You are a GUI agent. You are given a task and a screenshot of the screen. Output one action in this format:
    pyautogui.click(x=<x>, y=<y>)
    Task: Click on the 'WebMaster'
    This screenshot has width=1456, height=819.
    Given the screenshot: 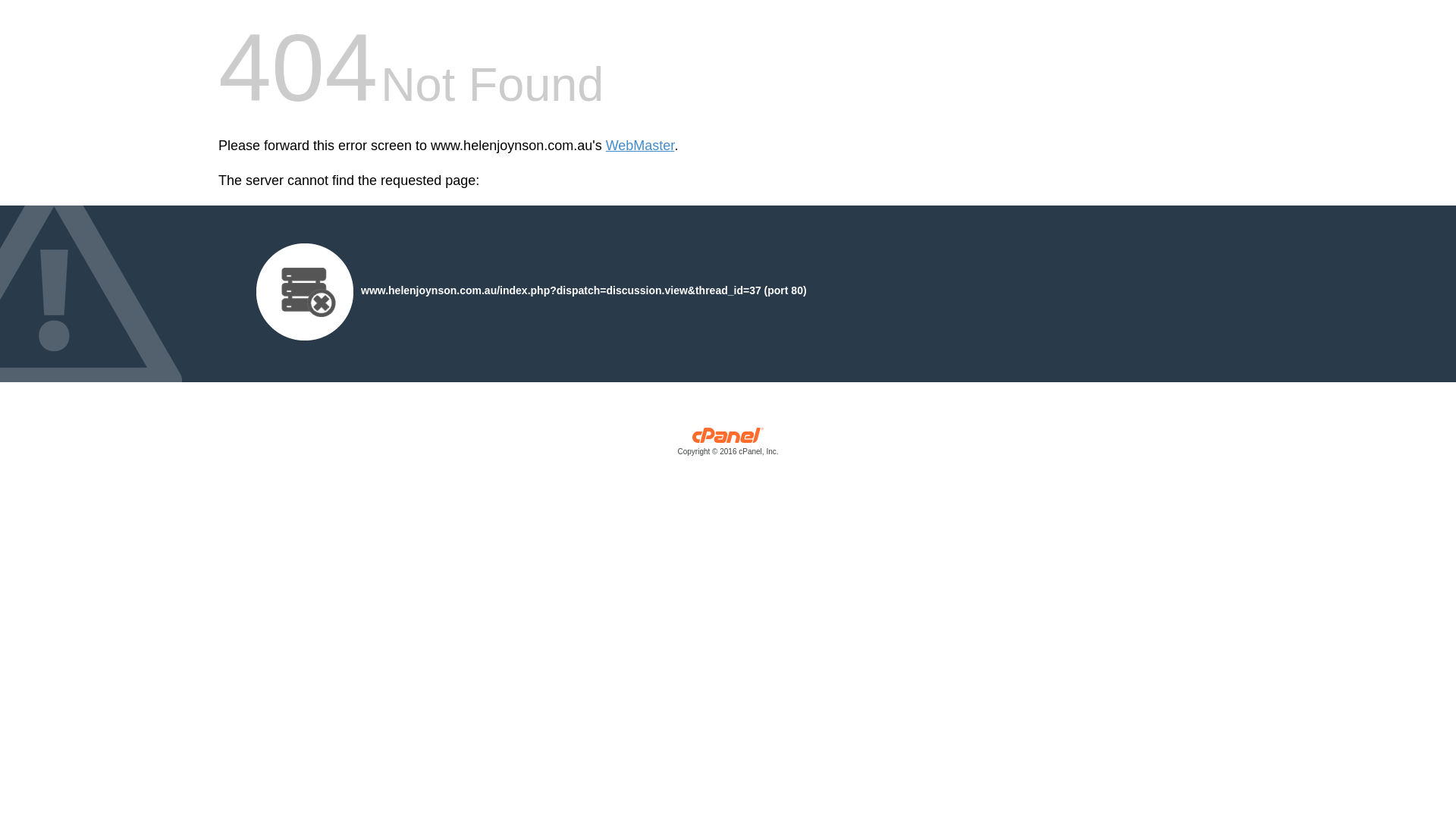 What is the action you would take?
    pyautogui.click(x=640, y=146)
    